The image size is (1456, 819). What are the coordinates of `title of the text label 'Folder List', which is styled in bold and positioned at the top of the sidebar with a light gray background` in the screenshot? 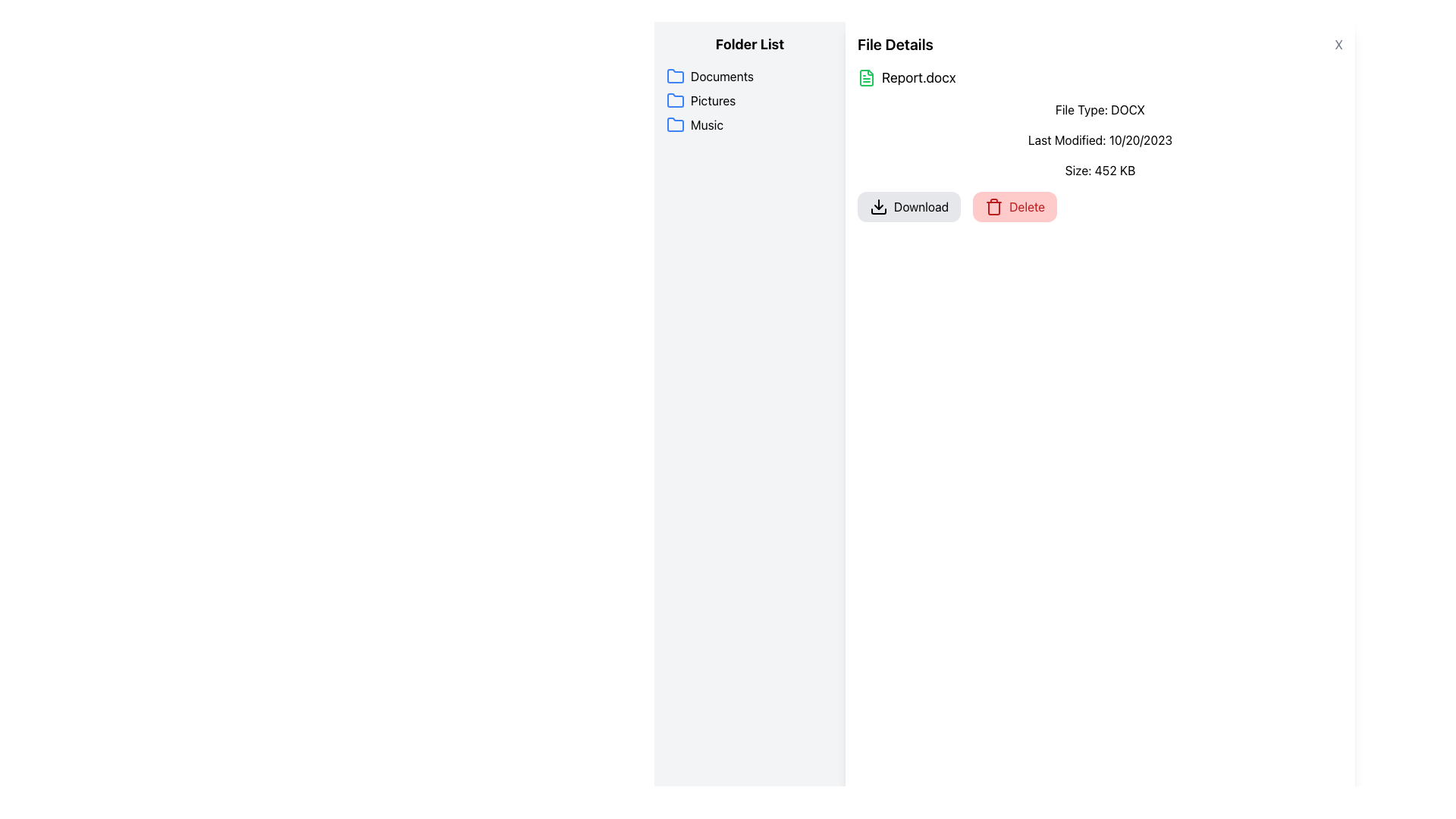 It's located at (749, 43).